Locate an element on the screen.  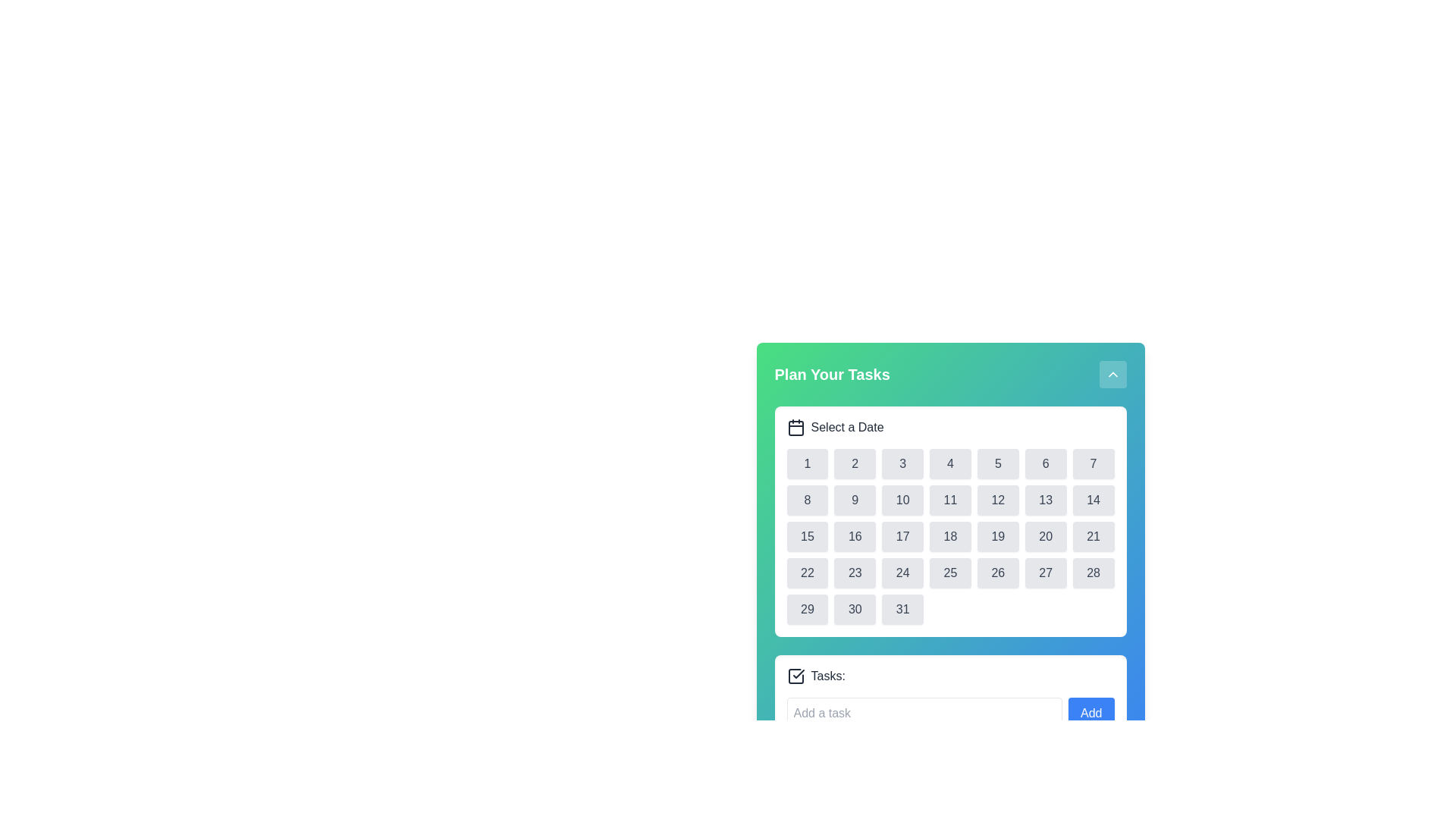
the rectangular button with rounded corners that displays the text '19' in gray, located in the third row and fifth column of the calendar section is located at coordinates (998, 536).